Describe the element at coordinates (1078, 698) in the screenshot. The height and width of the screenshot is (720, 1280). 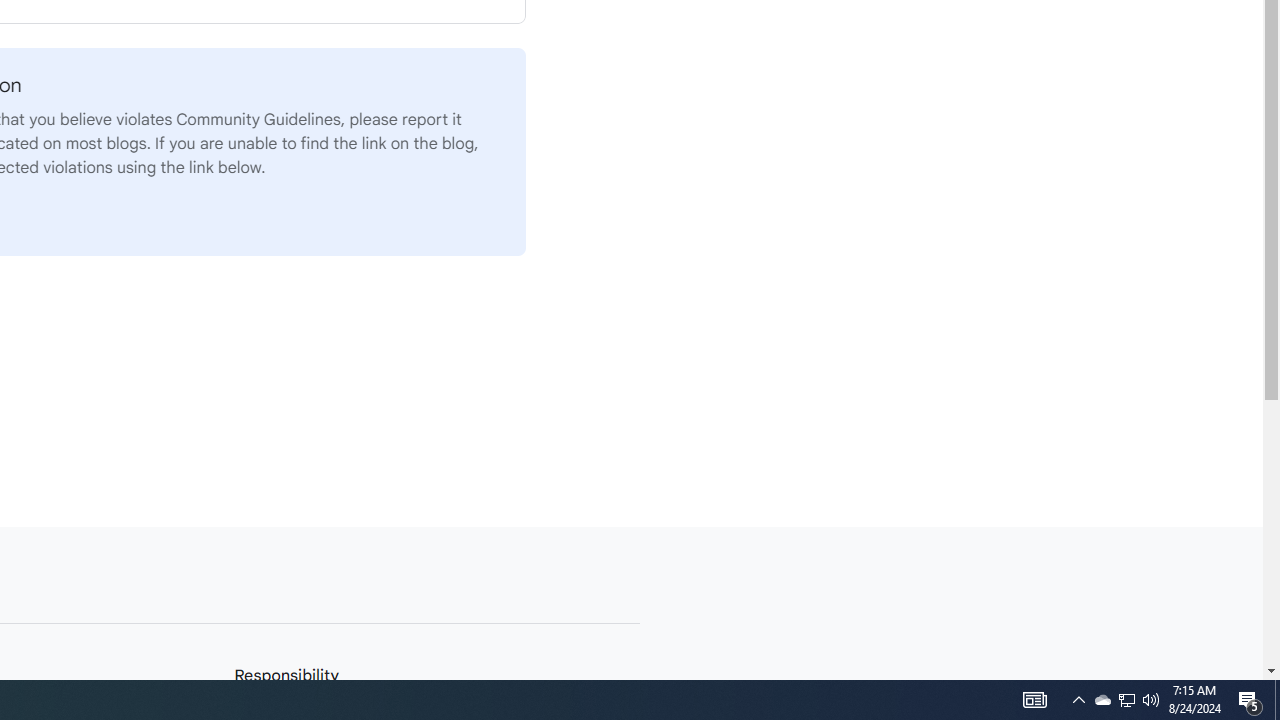
I see `'Notification Chevron'` at that location.